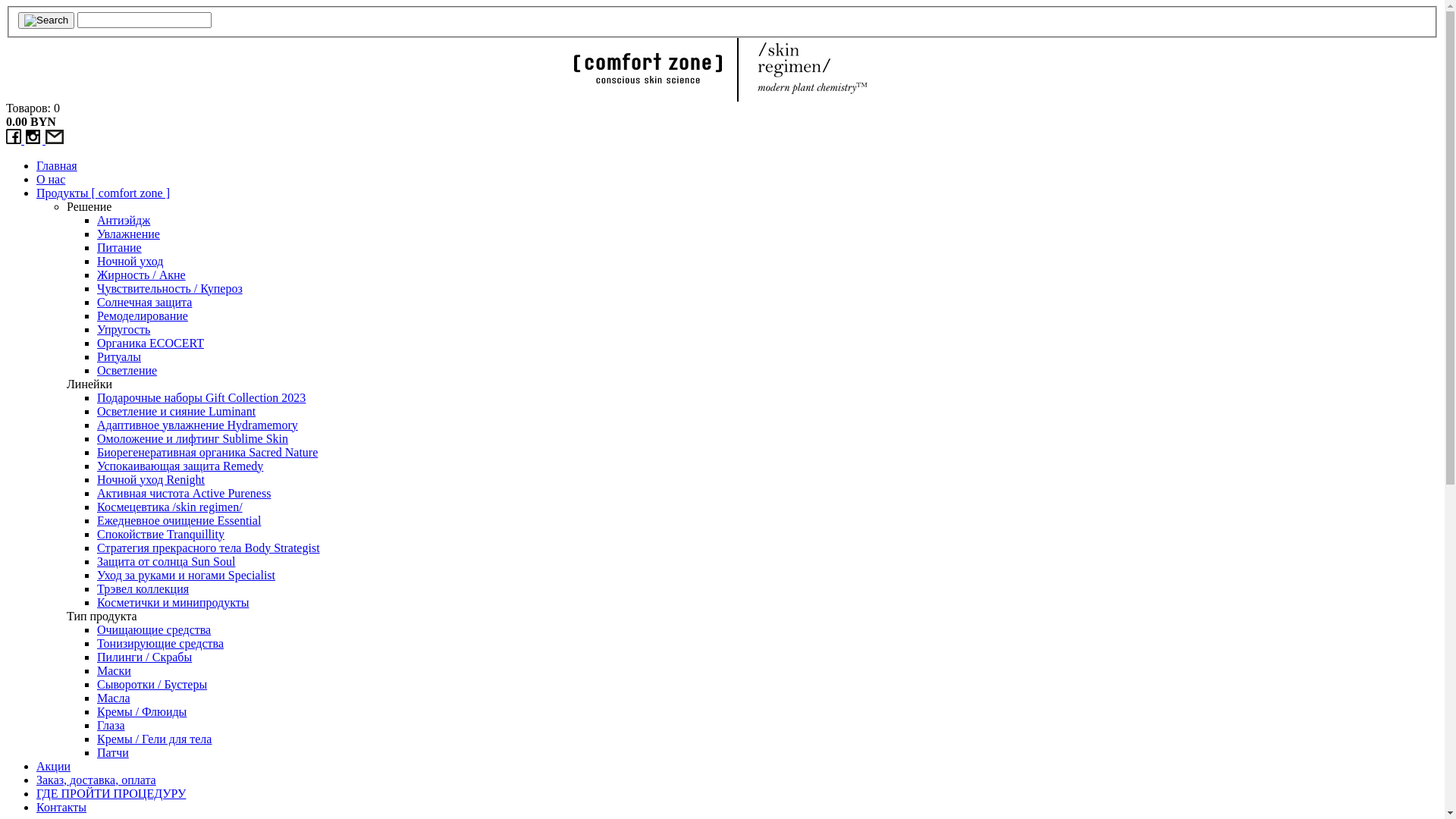 The height and width of the screenshot is (819, 1456). I want to click on 'intagram', so click(24, 140).